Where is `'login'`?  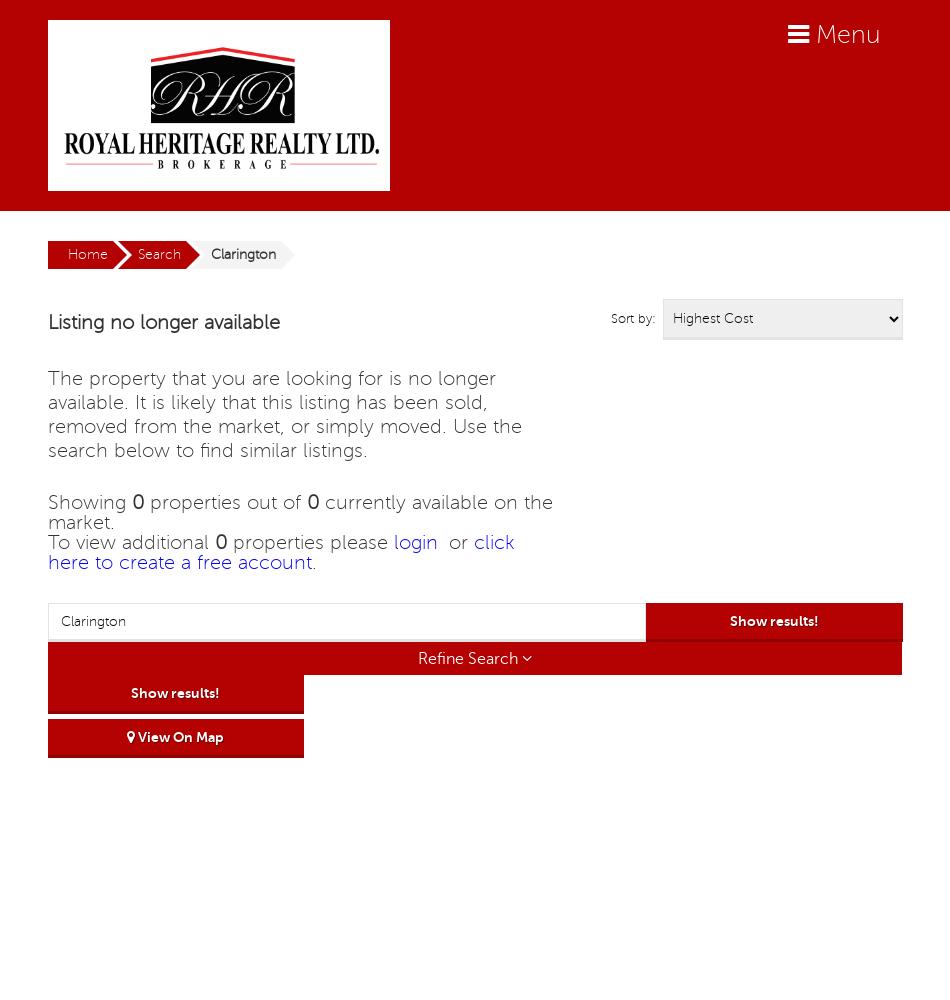 'login' is located at coordinates (413, 543).